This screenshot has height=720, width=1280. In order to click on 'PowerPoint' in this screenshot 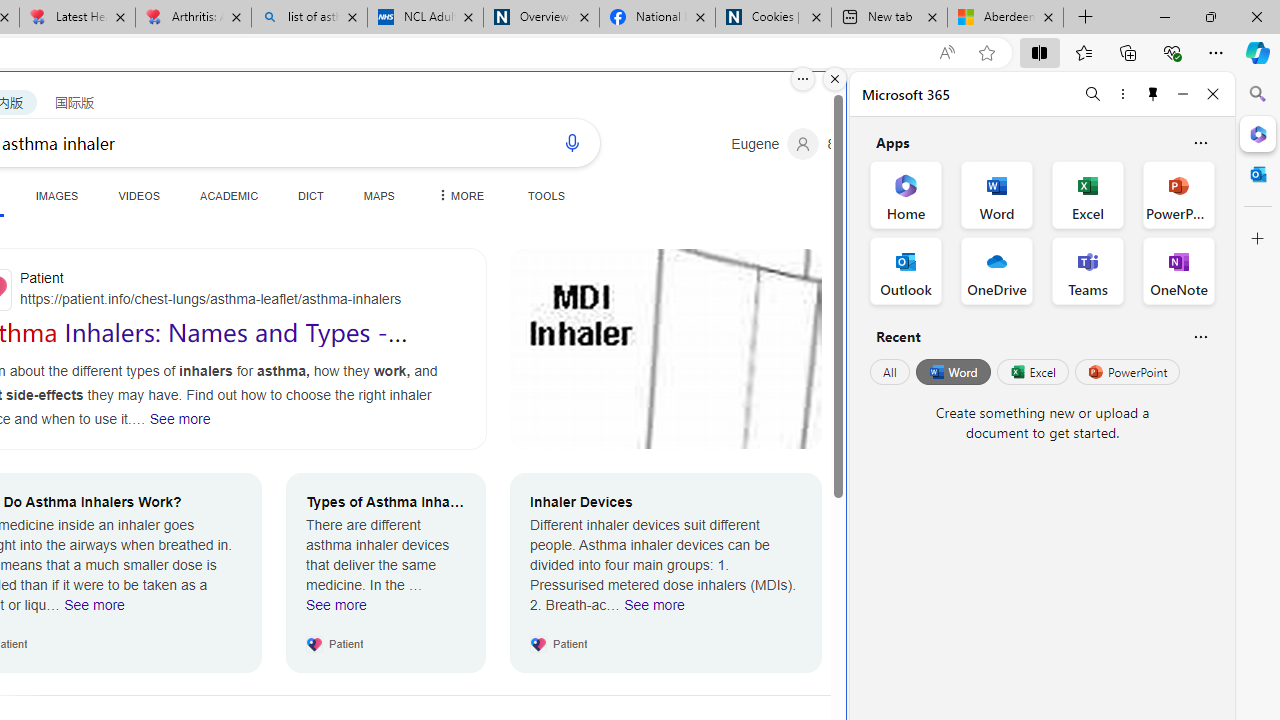, I will do `click(1127, 372)`.